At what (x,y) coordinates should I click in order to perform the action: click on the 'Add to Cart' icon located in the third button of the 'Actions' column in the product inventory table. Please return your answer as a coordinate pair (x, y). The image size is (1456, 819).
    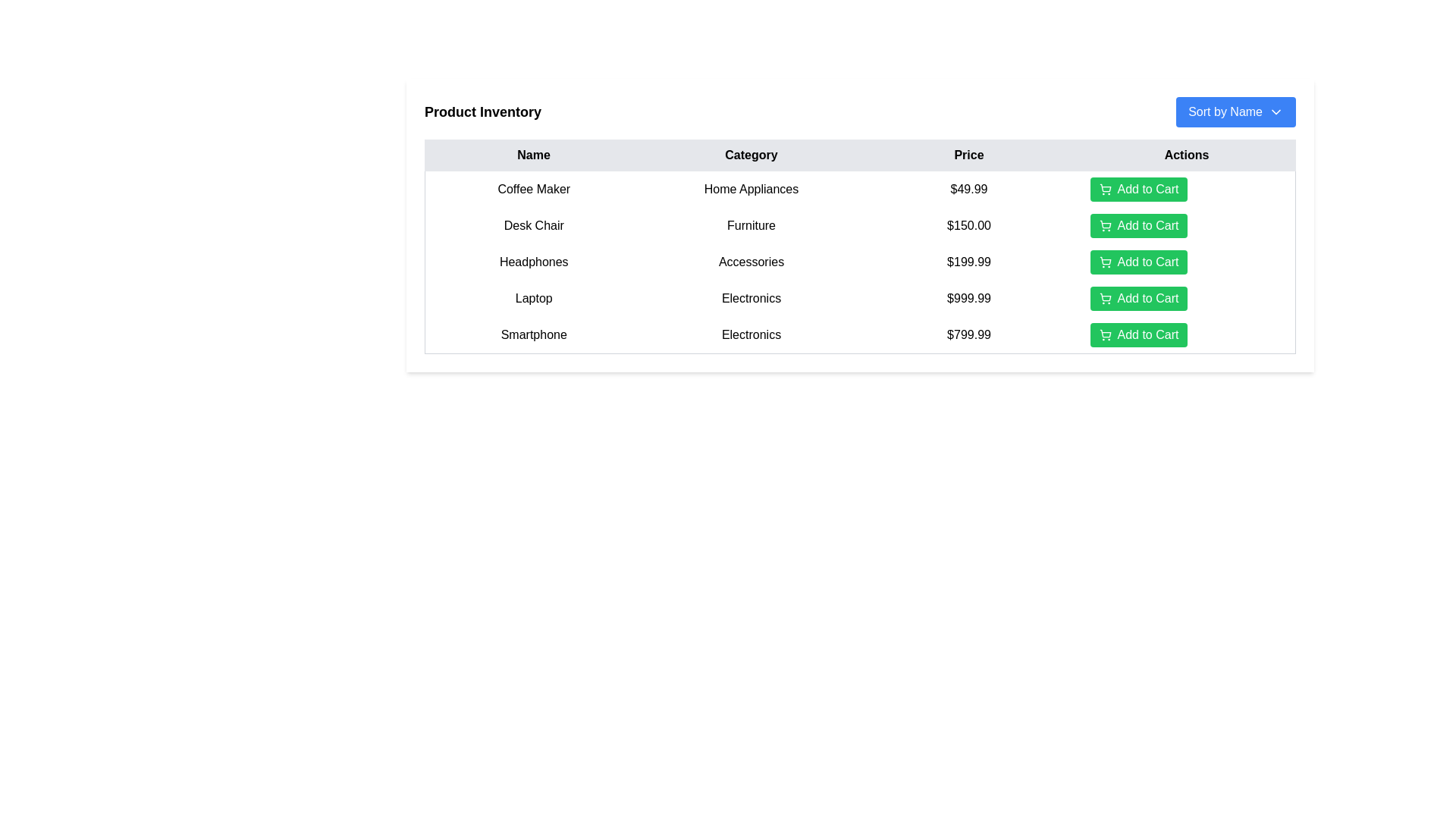
    Looking at the image, I should click on (1105, 262).